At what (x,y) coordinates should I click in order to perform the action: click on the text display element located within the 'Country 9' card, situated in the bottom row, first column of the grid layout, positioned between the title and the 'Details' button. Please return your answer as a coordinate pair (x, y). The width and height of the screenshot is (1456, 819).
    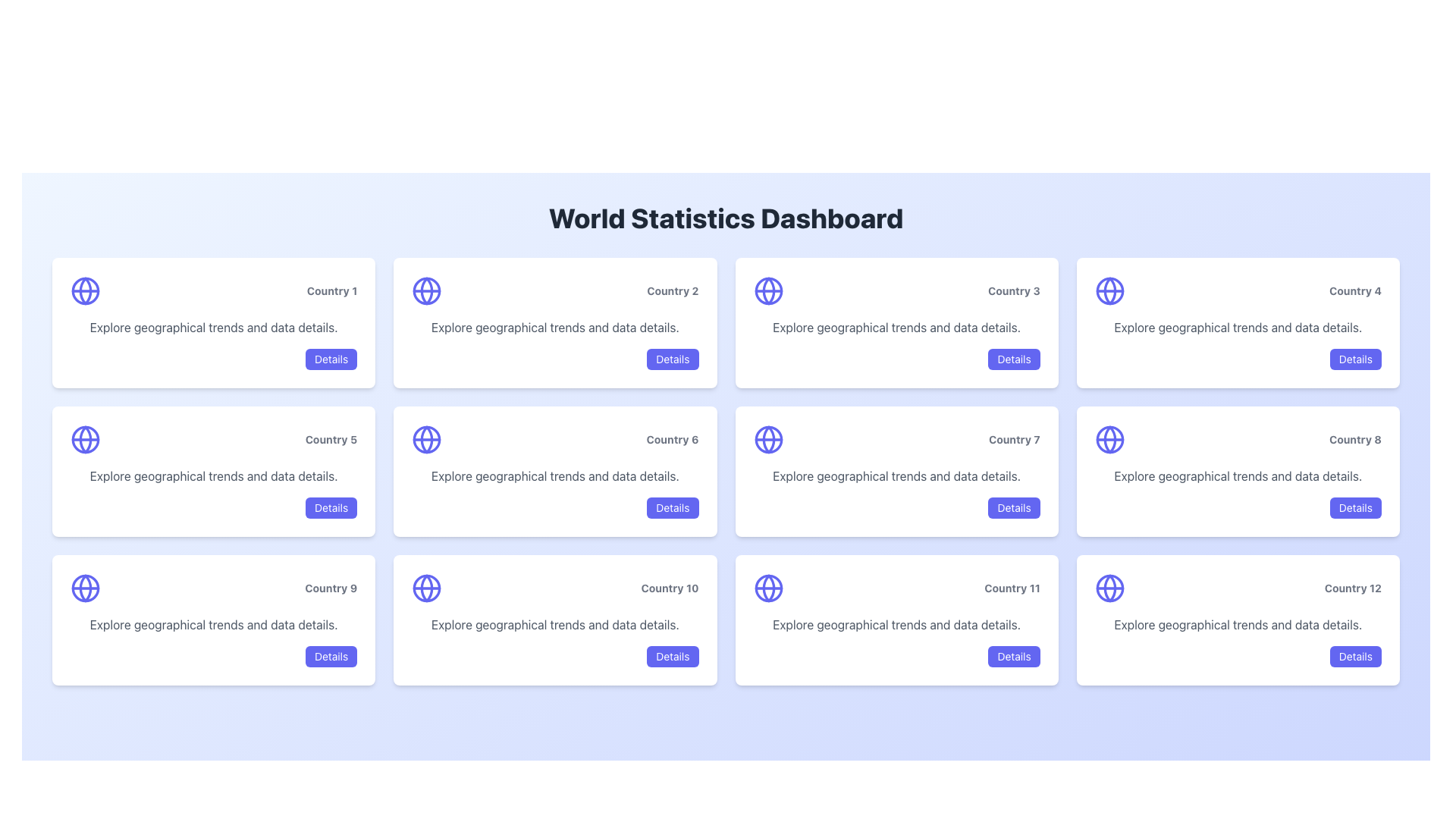
    Looking at the image, I should click on (213, 625).